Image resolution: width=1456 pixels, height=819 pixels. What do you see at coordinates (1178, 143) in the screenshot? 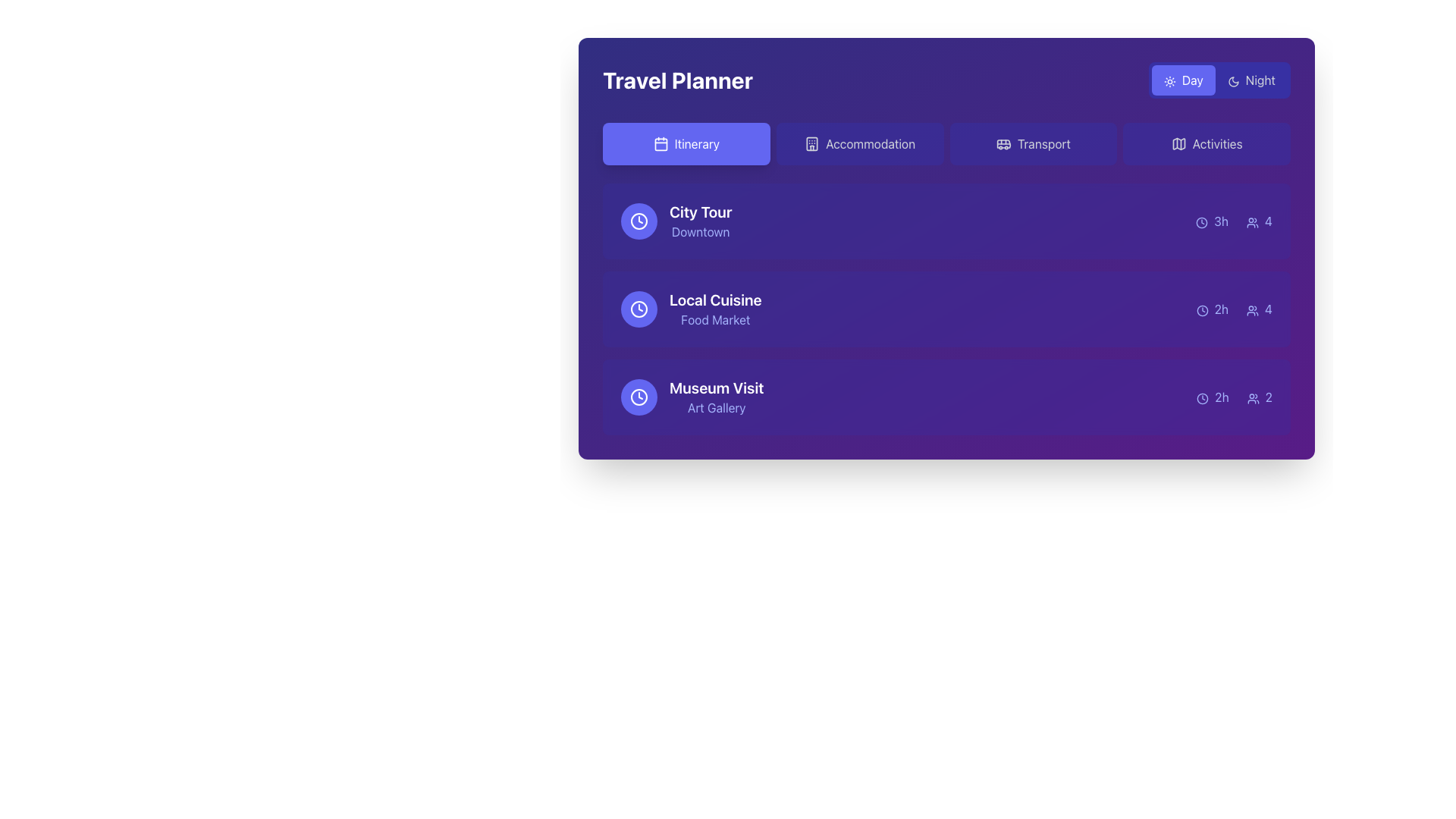
I see `the decorative map icon located in the top-right corner of the card-like UI section, adjacent to the 'Day' and 'Night' toggle buttons` at bounding box center [1178, 143].